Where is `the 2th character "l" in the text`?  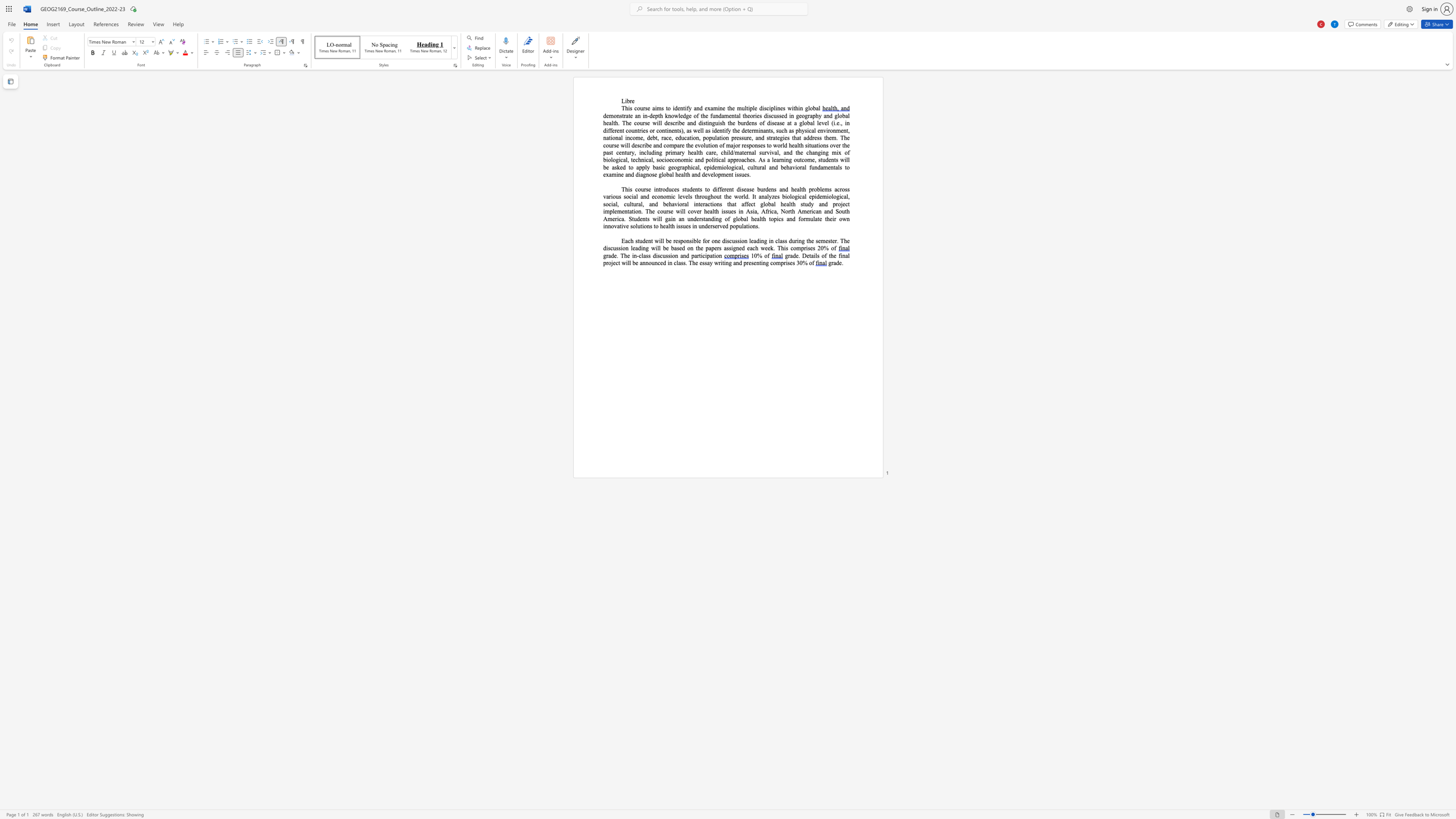
the 2th character "l" in the text is located at coordinates (702, 130).